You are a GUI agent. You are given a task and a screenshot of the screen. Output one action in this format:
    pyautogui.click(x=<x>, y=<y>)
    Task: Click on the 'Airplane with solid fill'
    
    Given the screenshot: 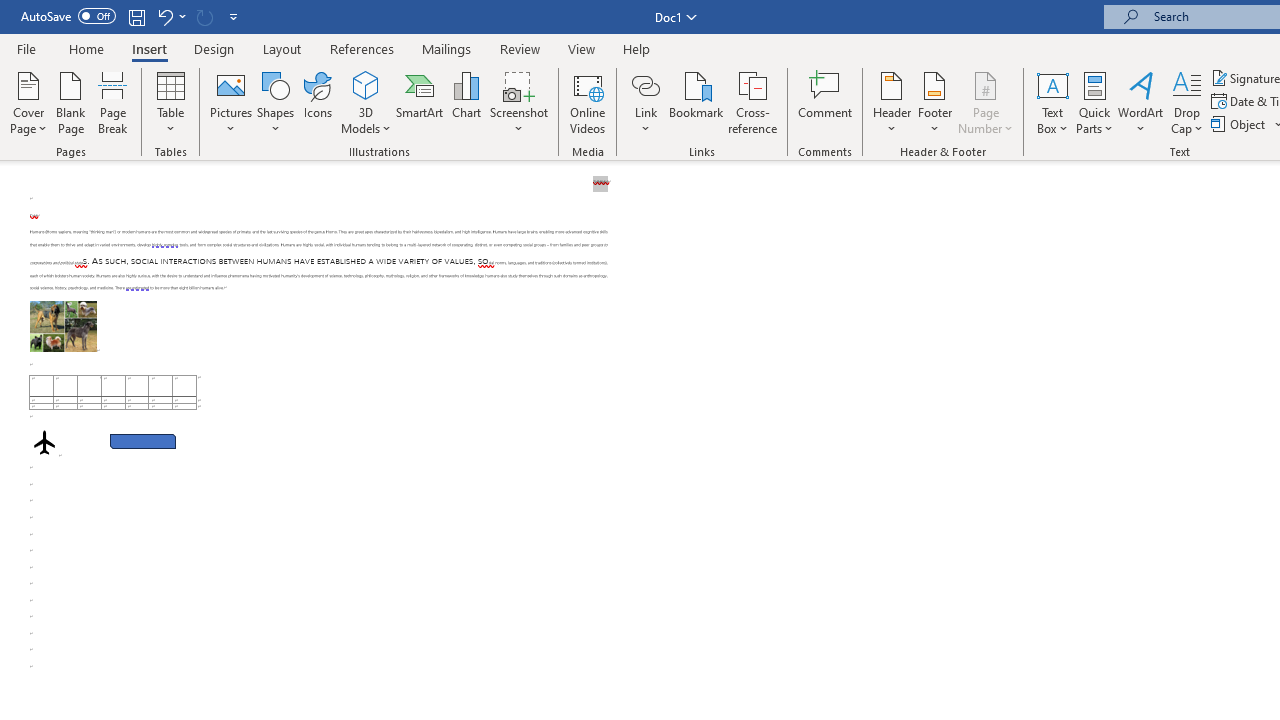 What is the action you would take?
    pyautogui.click(x=44, y=441)
    